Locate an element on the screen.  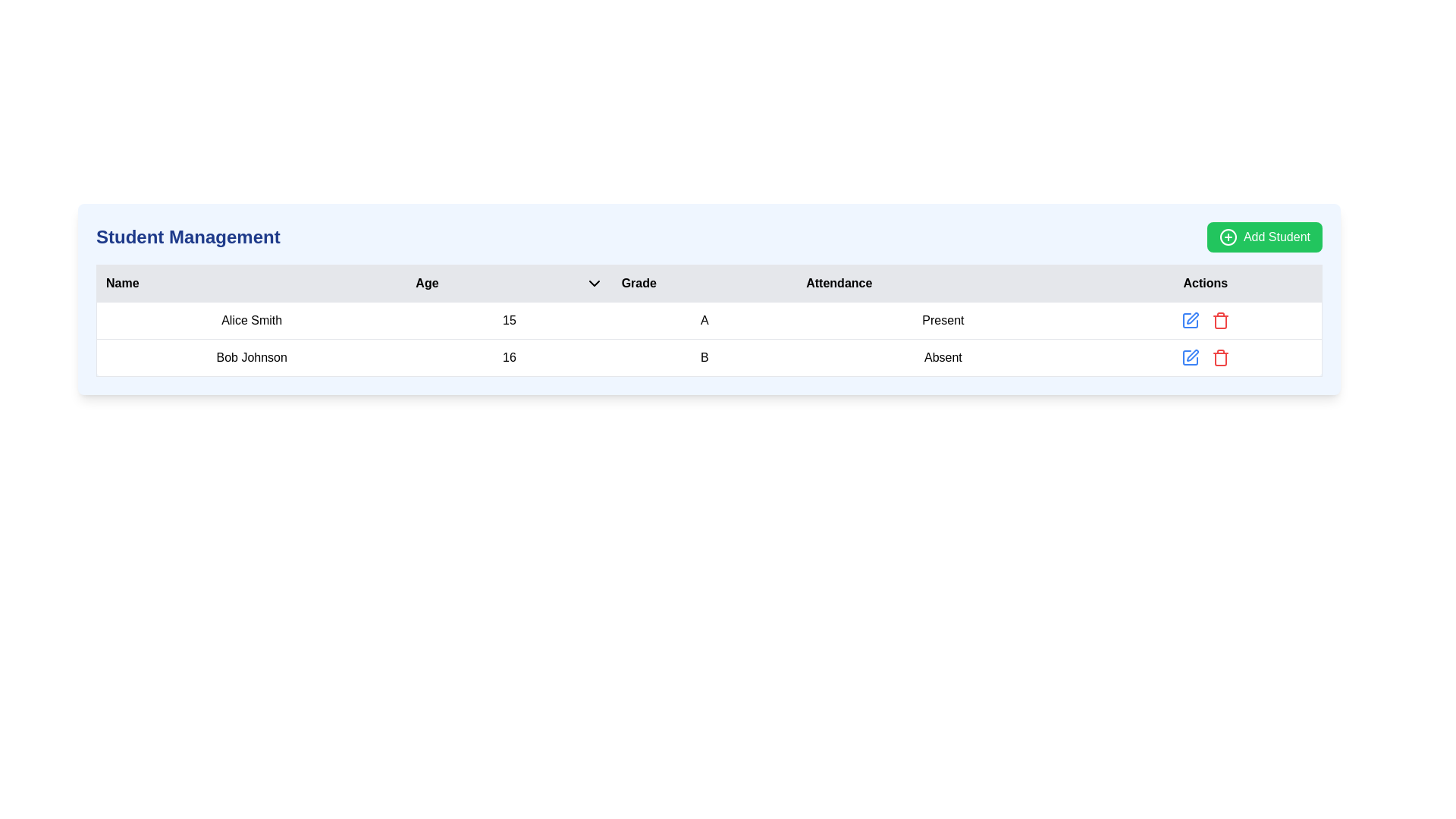
the static text element displaying the age (15) of the student 'Alice Smith' in the second column of the student record table is located at coordinates (510, 320).